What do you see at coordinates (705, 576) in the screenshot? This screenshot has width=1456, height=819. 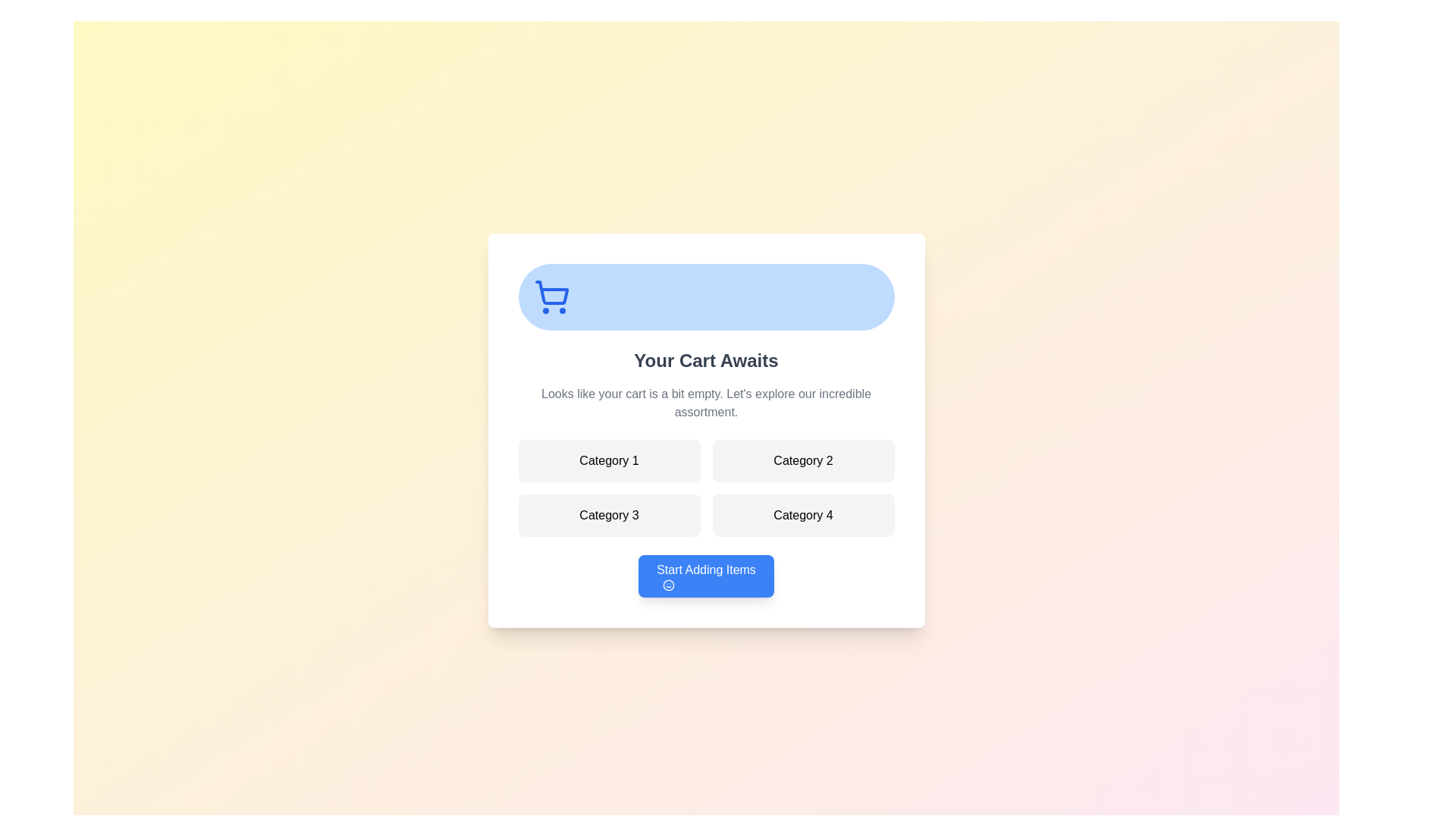 I see `the call-to-action button located at the bottom section of the cart-related content` at bounding box center [705, 576].